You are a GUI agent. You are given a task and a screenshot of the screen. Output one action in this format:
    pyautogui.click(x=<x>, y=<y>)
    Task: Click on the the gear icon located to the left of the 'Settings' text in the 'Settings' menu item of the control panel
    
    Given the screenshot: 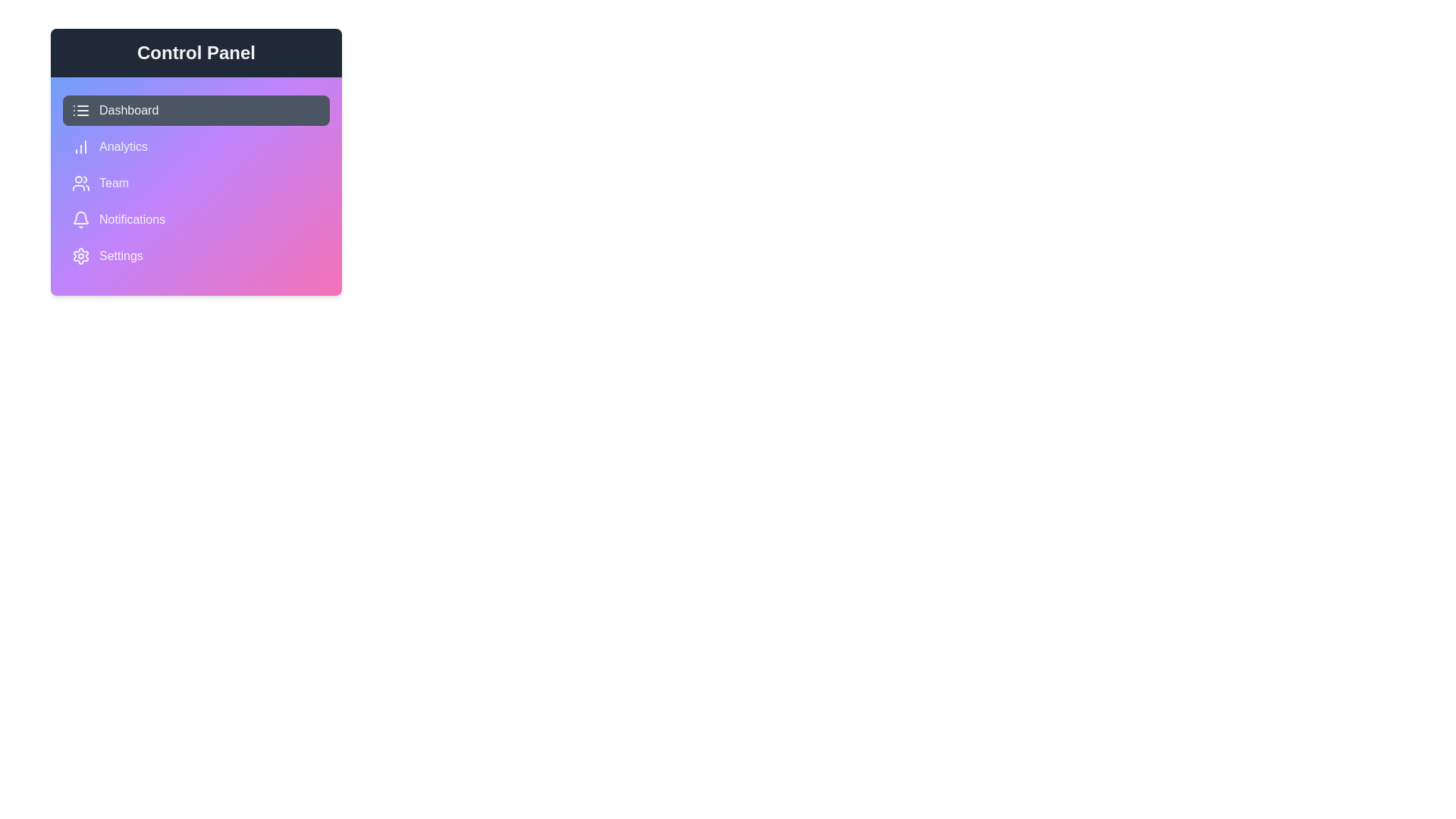 What is the action you would take?
    pyautogui.click(x=80, y=256)
    